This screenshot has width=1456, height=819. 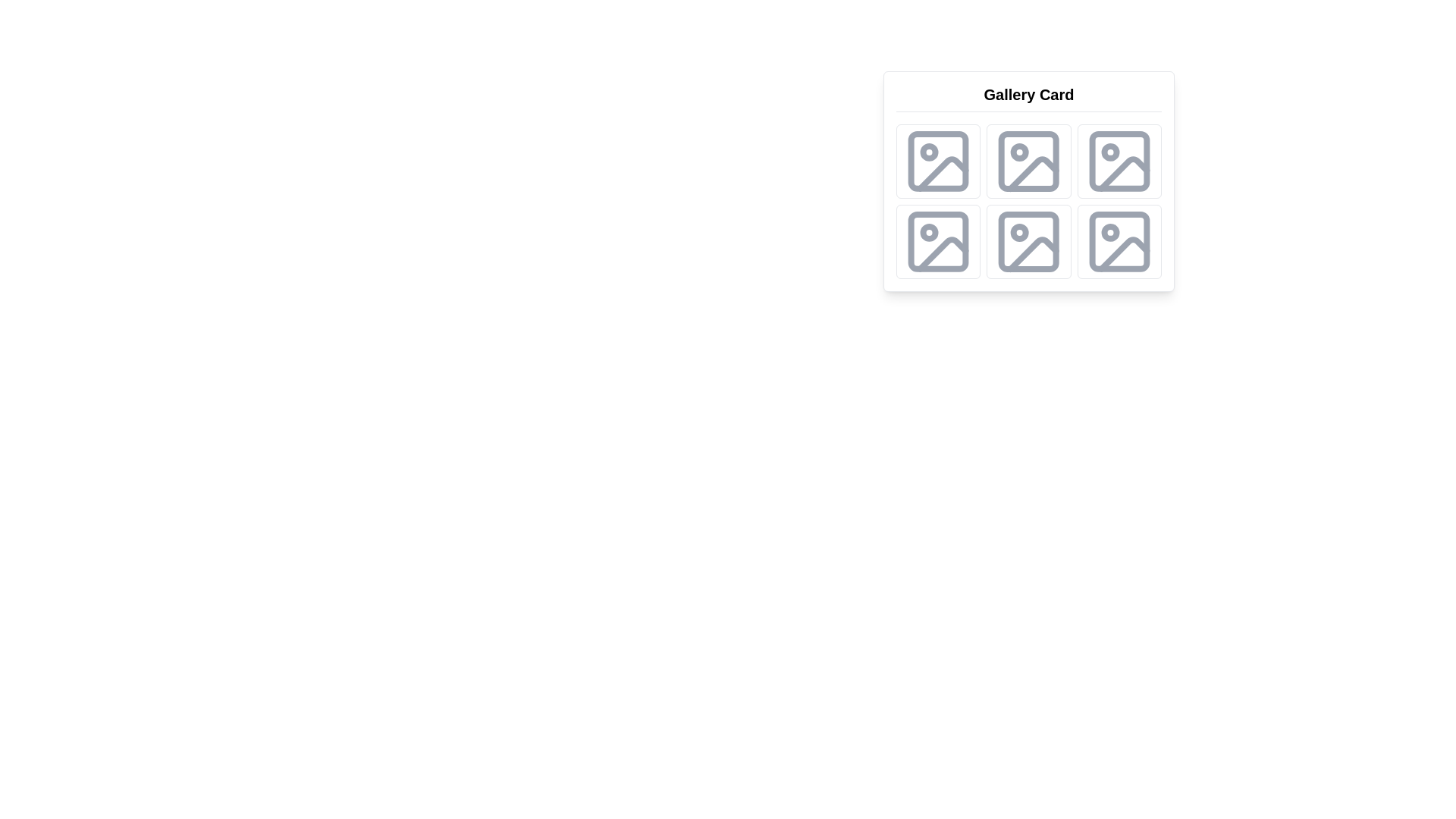 What do you see at coordinates (937, 268) in the screenshot?
I see `the static text element labeled 'Caption 4' at the bottom of the last gallery card in the second row to make it more visible` at bounding box center [937, 268].